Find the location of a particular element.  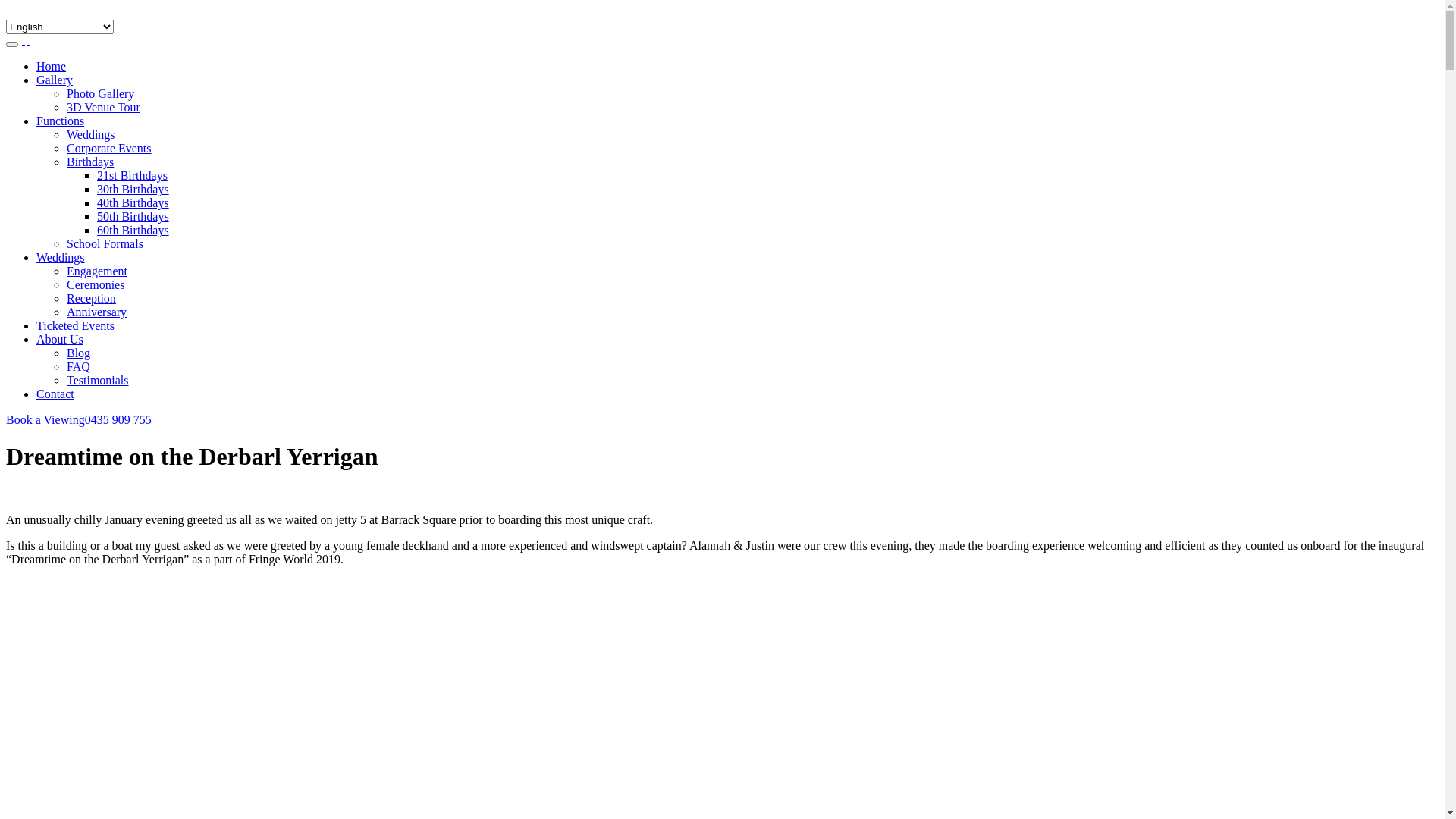

'Corporate Events' is located at coordinates (108, 148).